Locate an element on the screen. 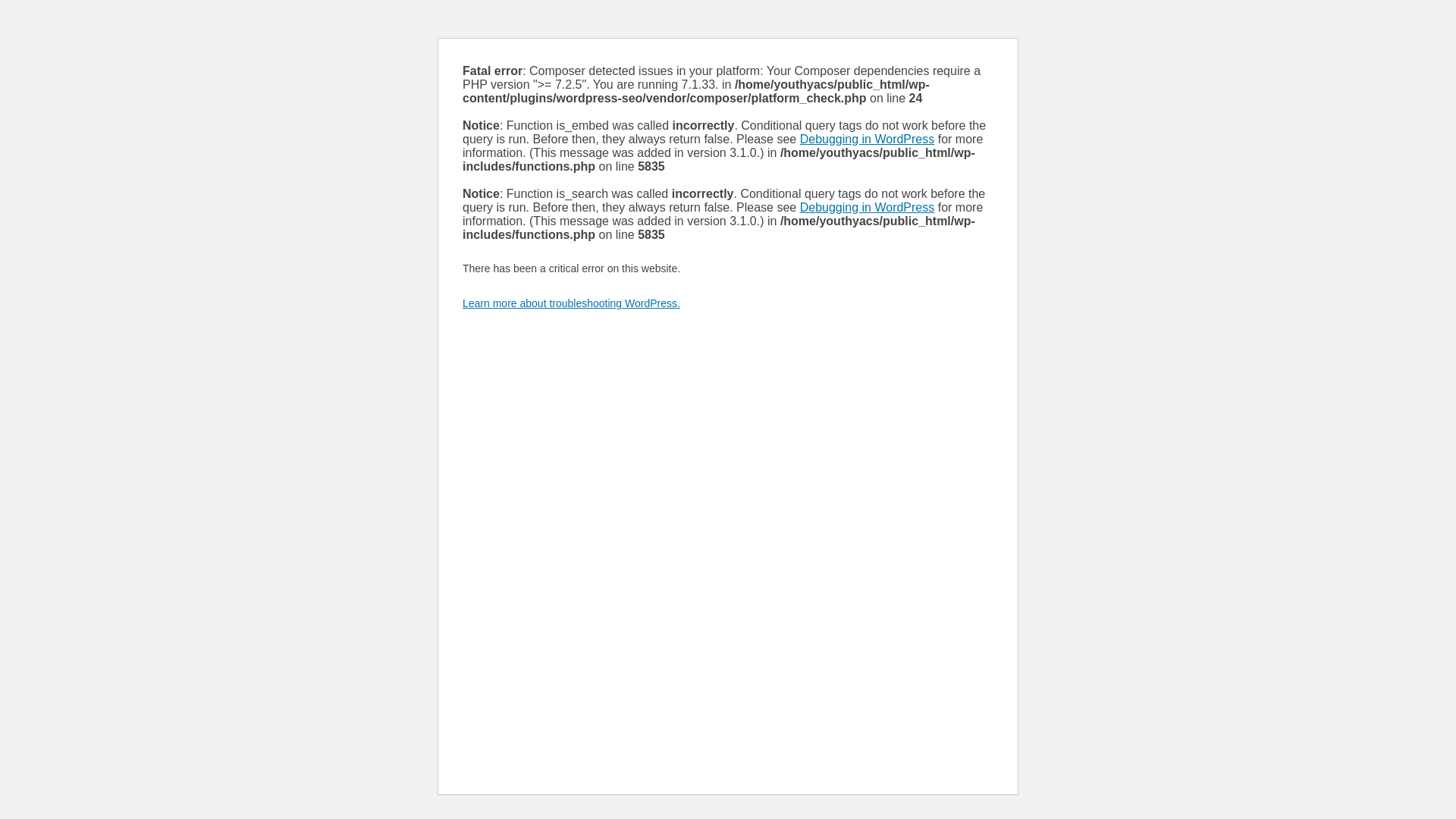  'Learn more about troubleshooting WordPress.' is located at coordinates (570, 303).